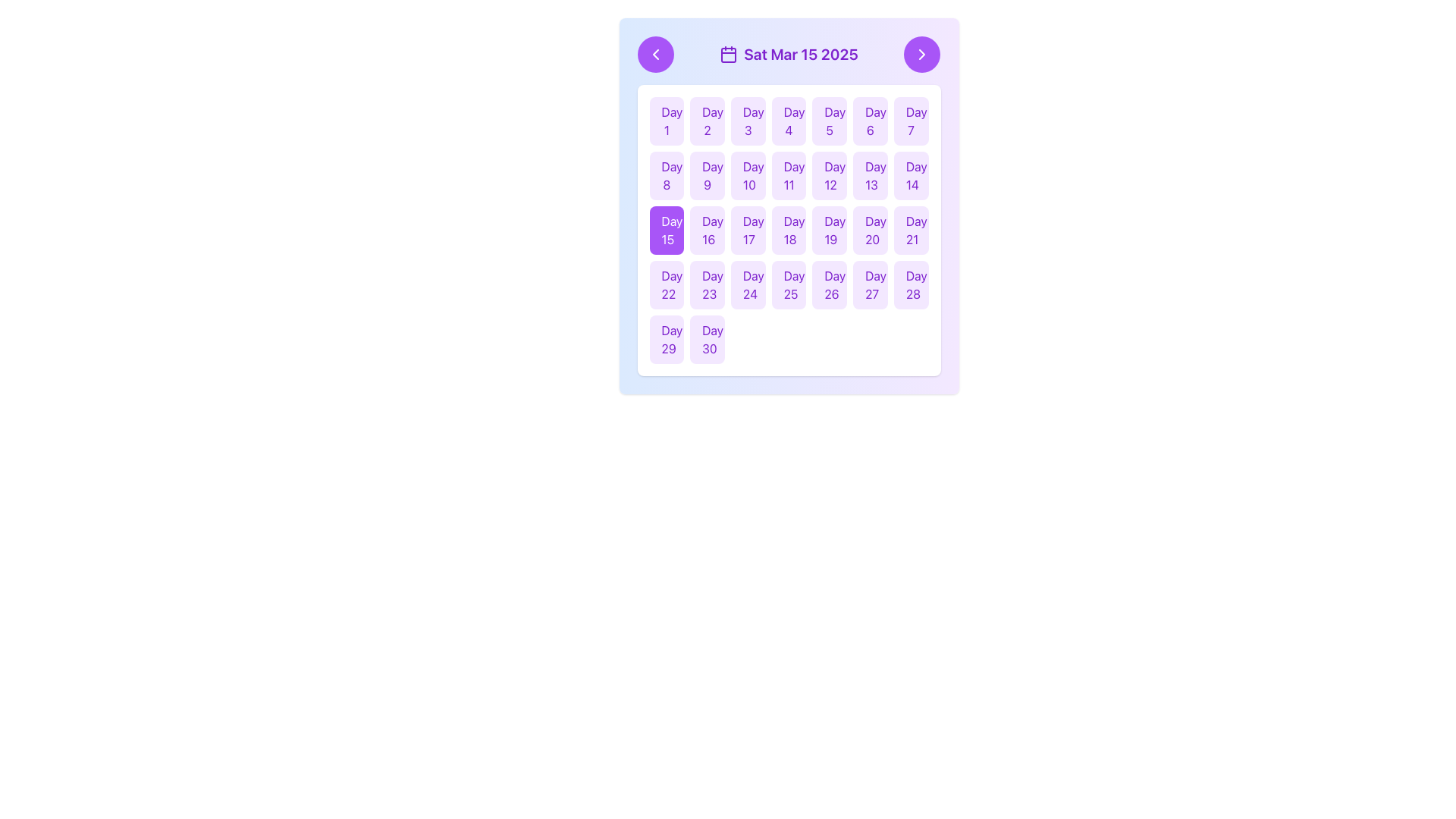 This screenshot has height=819, width=1456. Describe the element at coordinates (707, 284) in the screenshot. I see `the calendar cell displaying 'Day 23' with a purple background` at that location.